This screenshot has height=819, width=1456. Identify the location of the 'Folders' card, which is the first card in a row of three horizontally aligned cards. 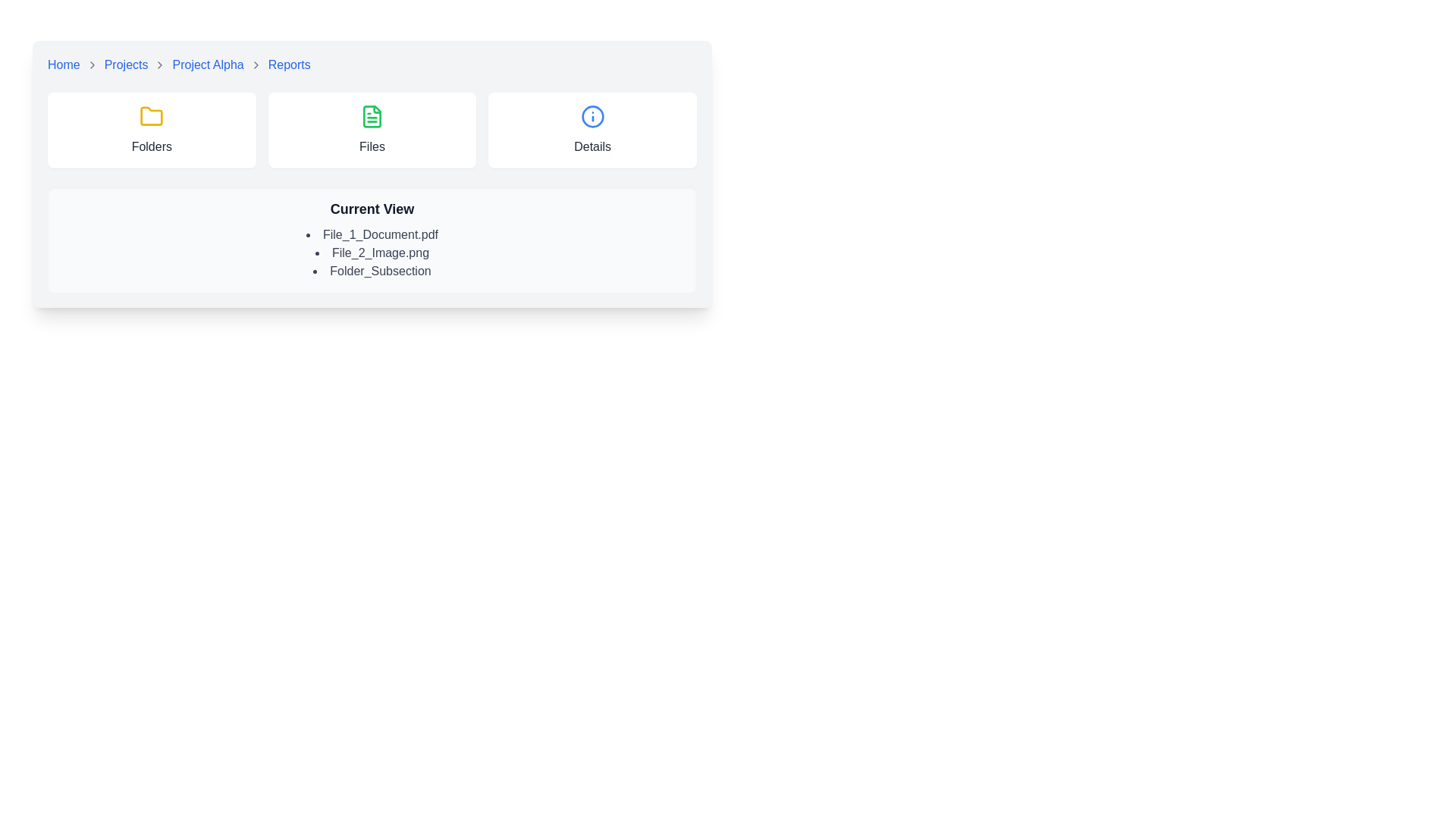
(152, 130).